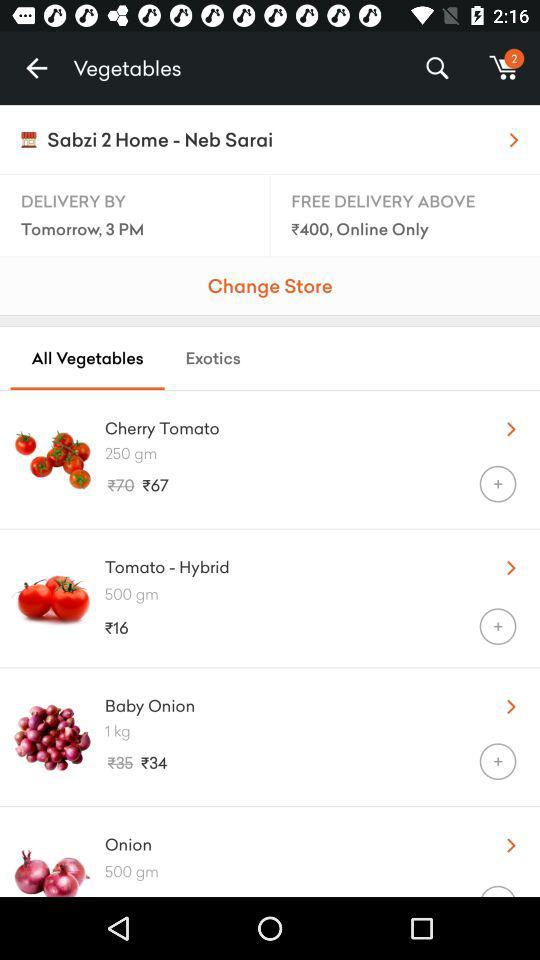 This screenshot has height=960, width=540. Describe the element at coordinates (436, 68) in the screenshot. I see `% item` at that location.